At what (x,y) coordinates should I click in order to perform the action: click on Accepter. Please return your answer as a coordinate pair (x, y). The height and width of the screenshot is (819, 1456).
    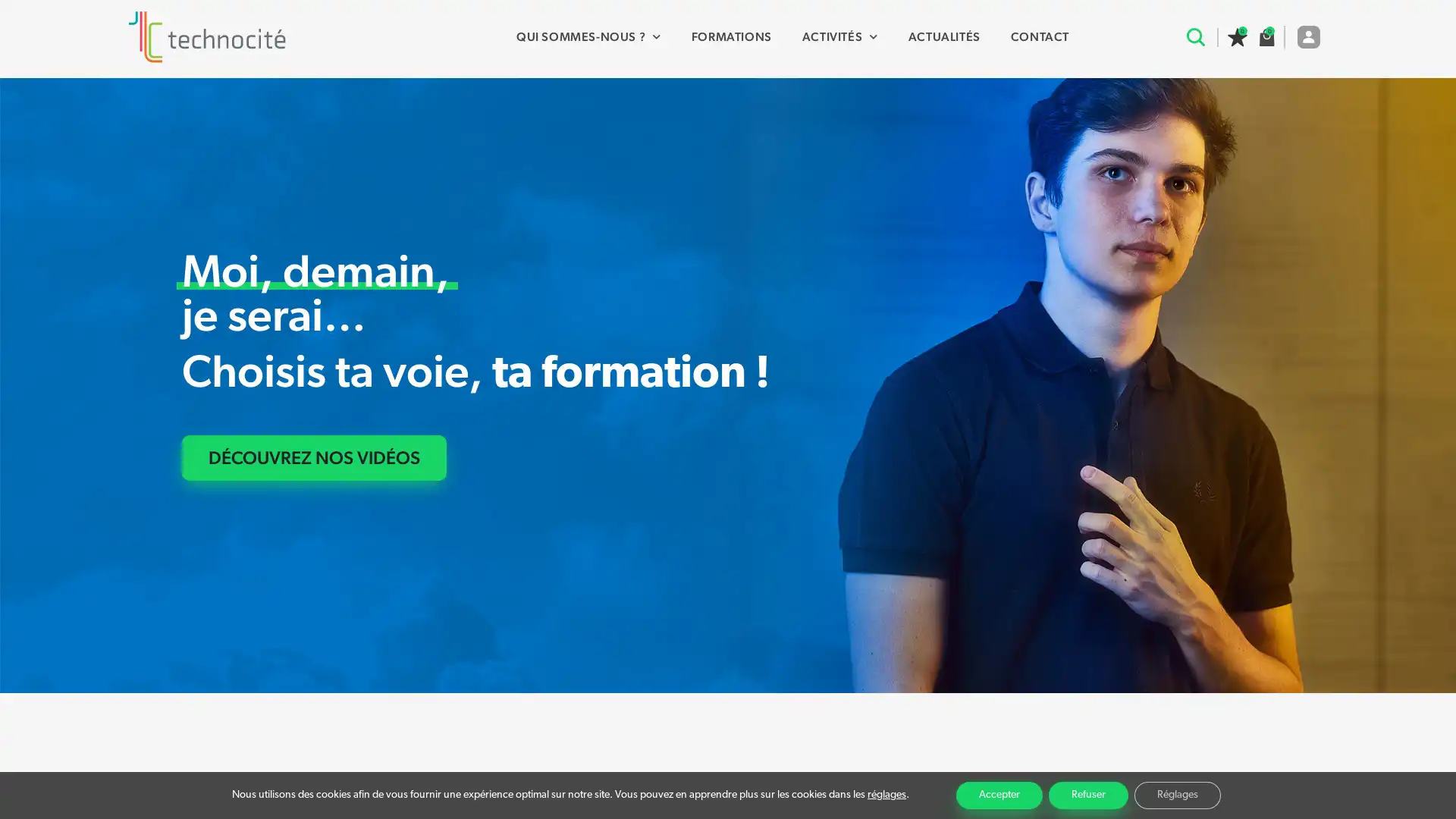
    Looking at the image, I should click on (998, 795).